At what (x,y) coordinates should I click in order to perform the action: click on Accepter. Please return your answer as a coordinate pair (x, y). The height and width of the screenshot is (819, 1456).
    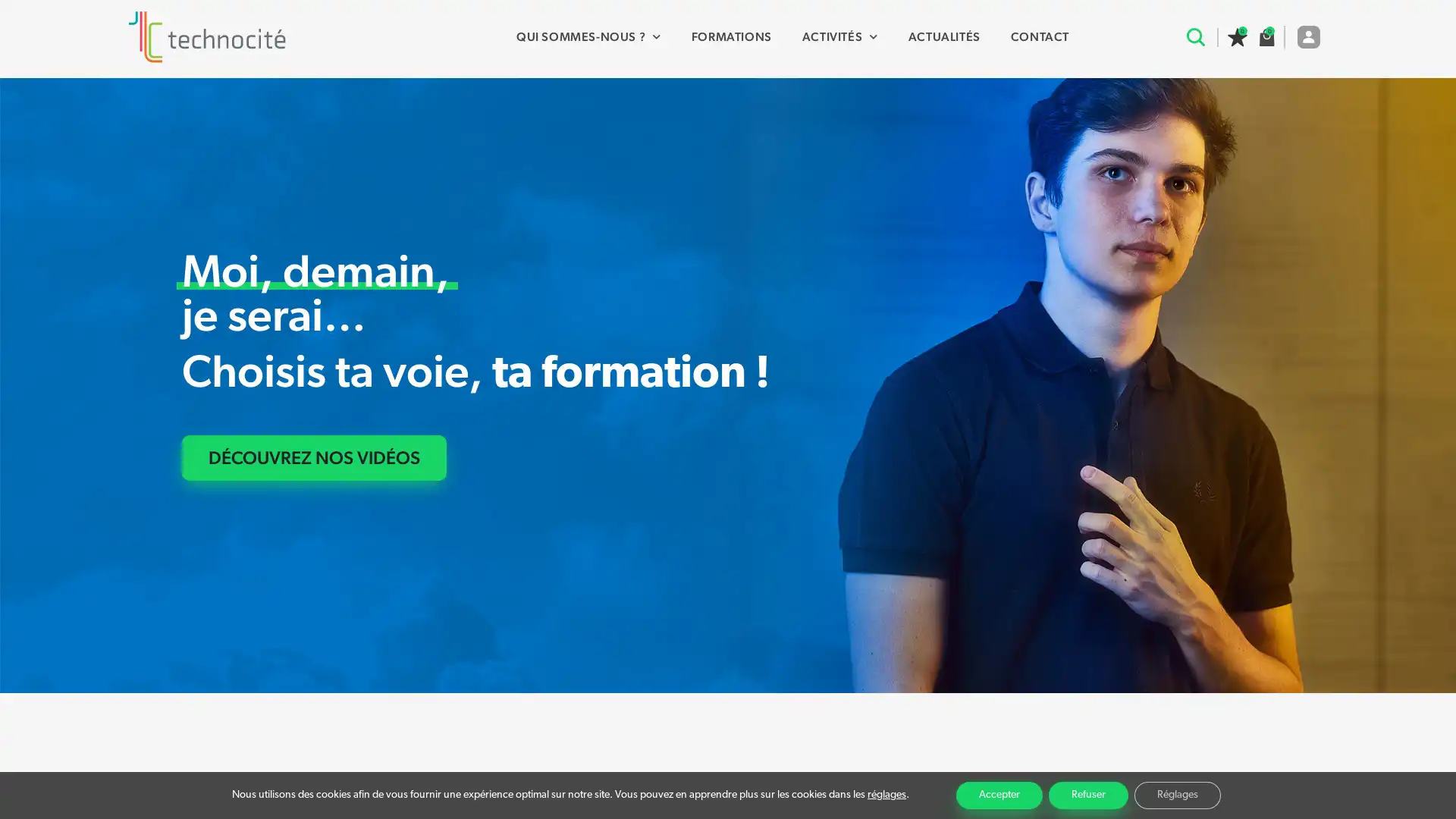
    Looking at the image, I should click on (998, 795).